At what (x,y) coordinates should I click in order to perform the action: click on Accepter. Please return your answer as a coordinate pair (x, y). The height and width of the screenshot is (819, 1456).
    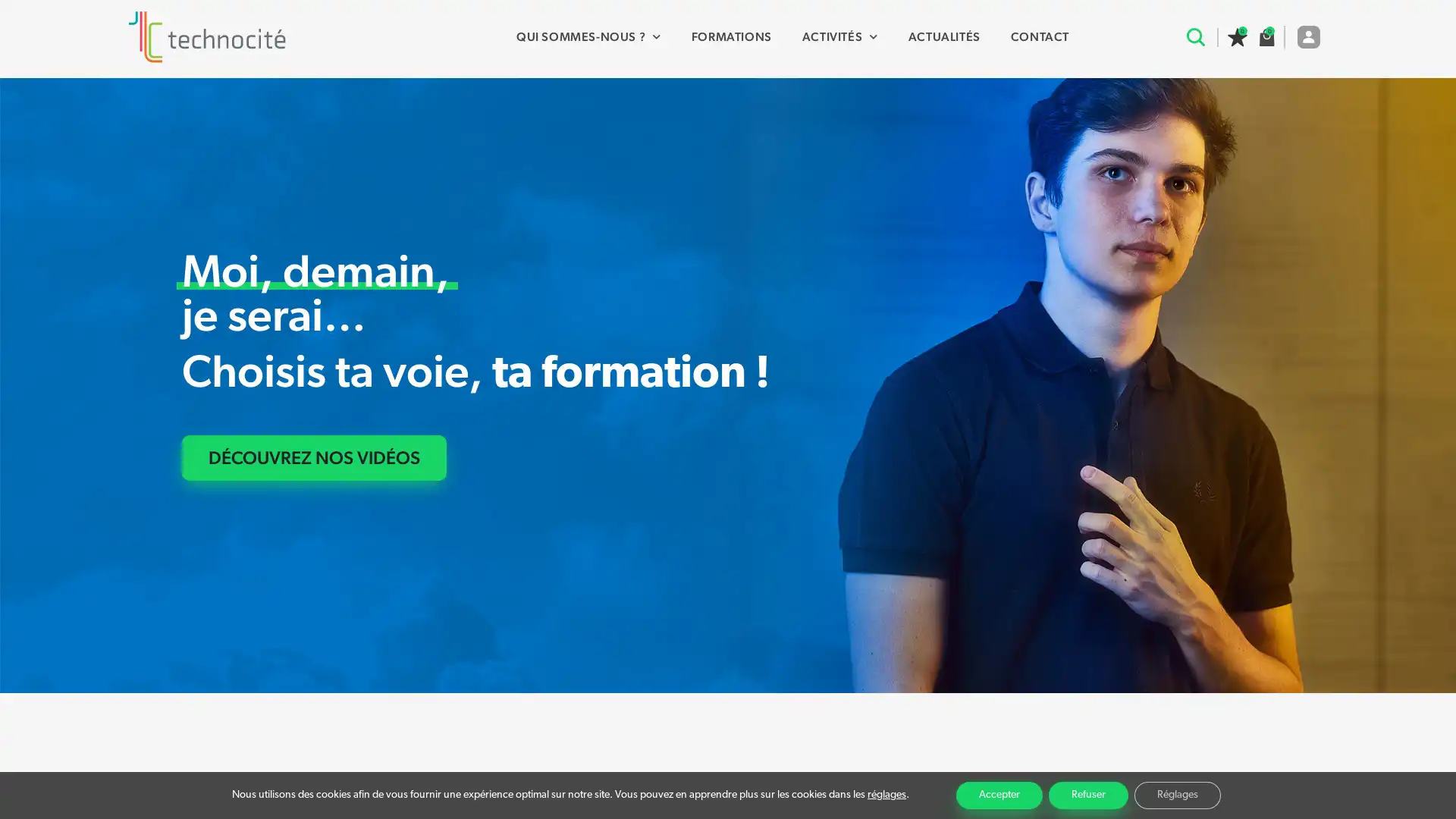
    Looking at the image, I should click on (998, 795).